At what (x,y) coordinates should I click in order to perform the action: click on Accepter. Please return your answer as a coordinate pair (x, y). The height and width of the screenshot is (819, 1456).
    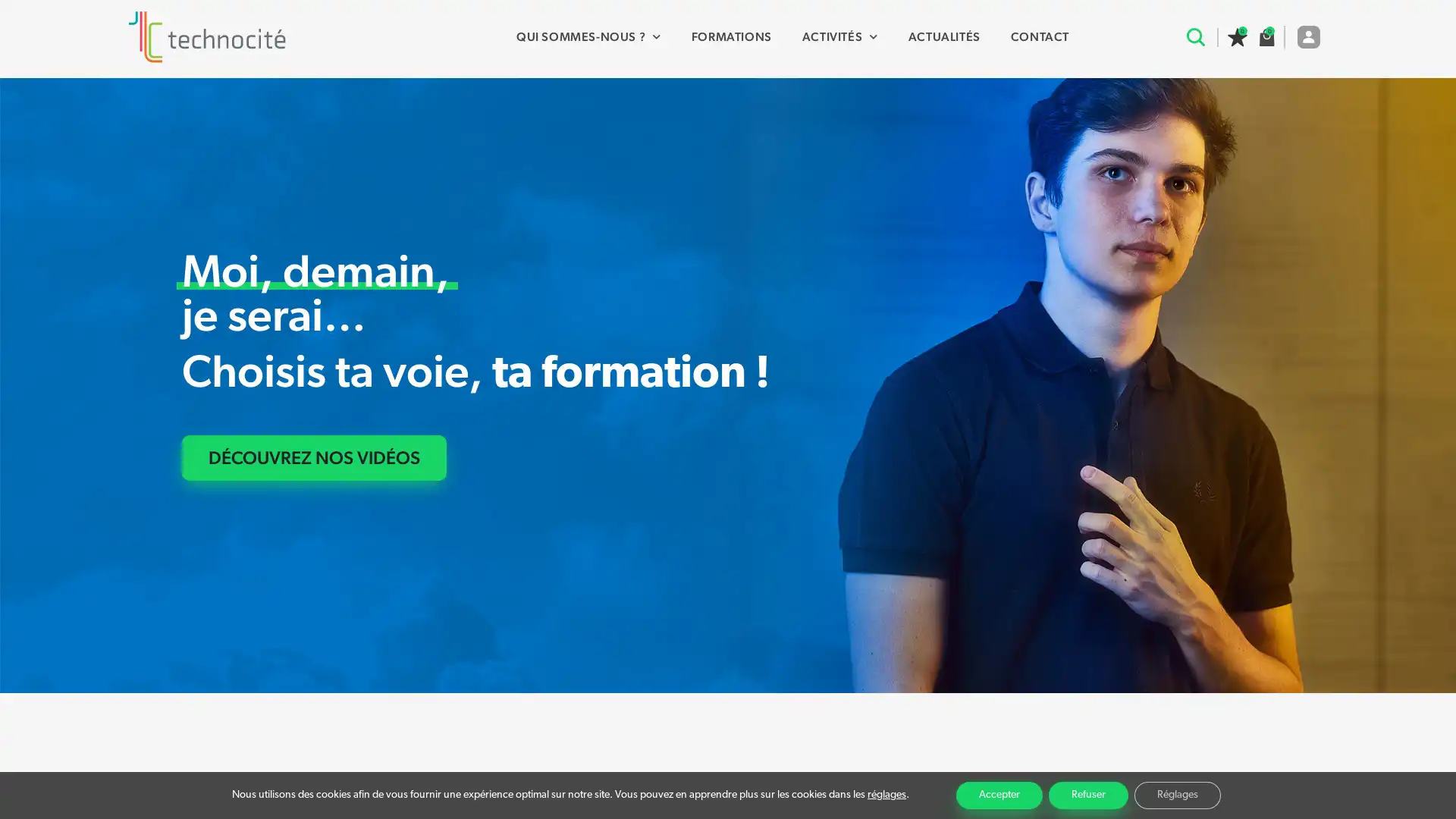
    Looking at the image, I should click on (998, 795).